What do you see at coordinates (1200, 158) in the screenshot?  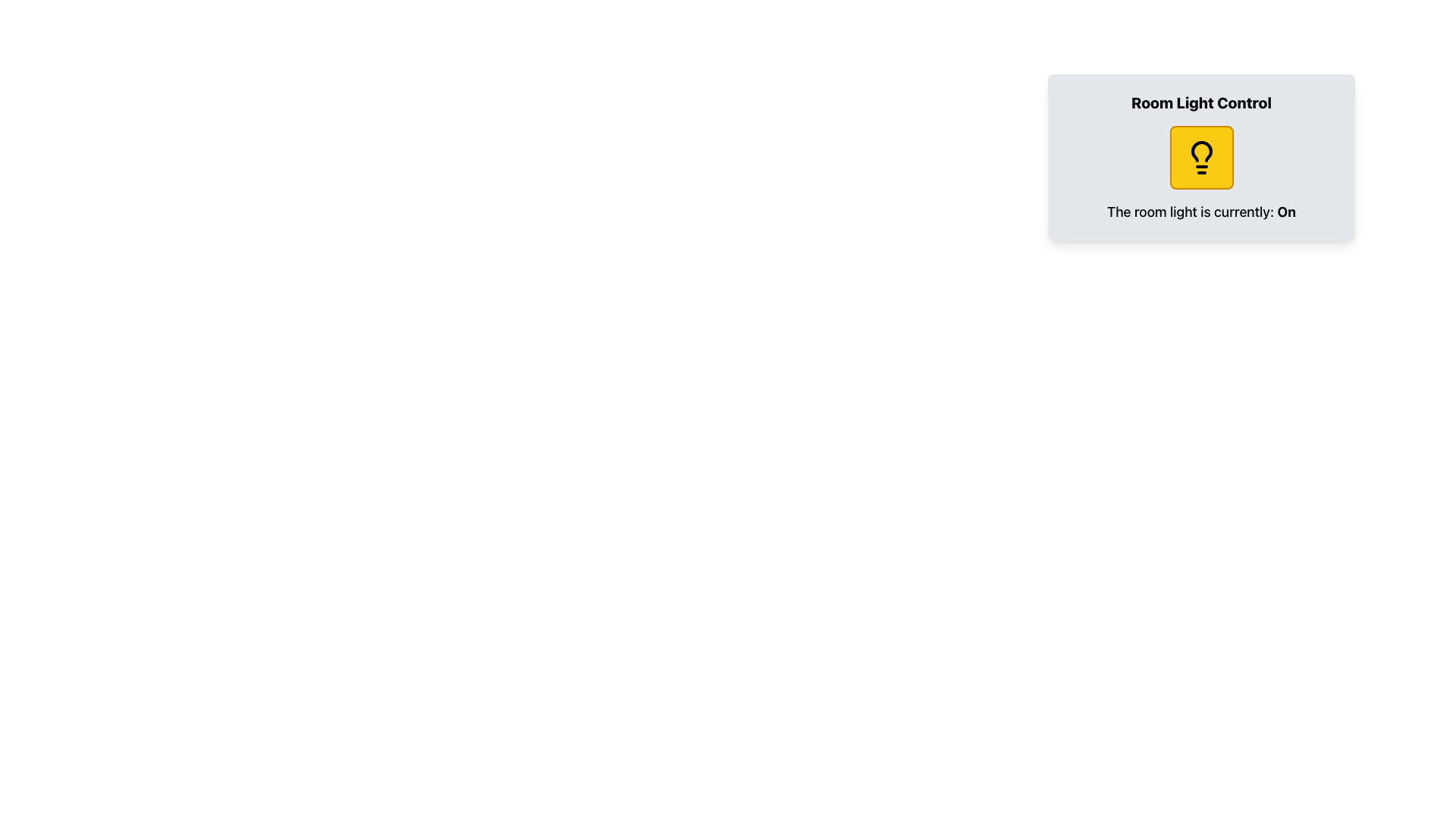 I see `the square-shaped button with a bright yellow background and a black lightbulb icon located in the 'Room Light Control' section` at bounding box center [1200, 158].